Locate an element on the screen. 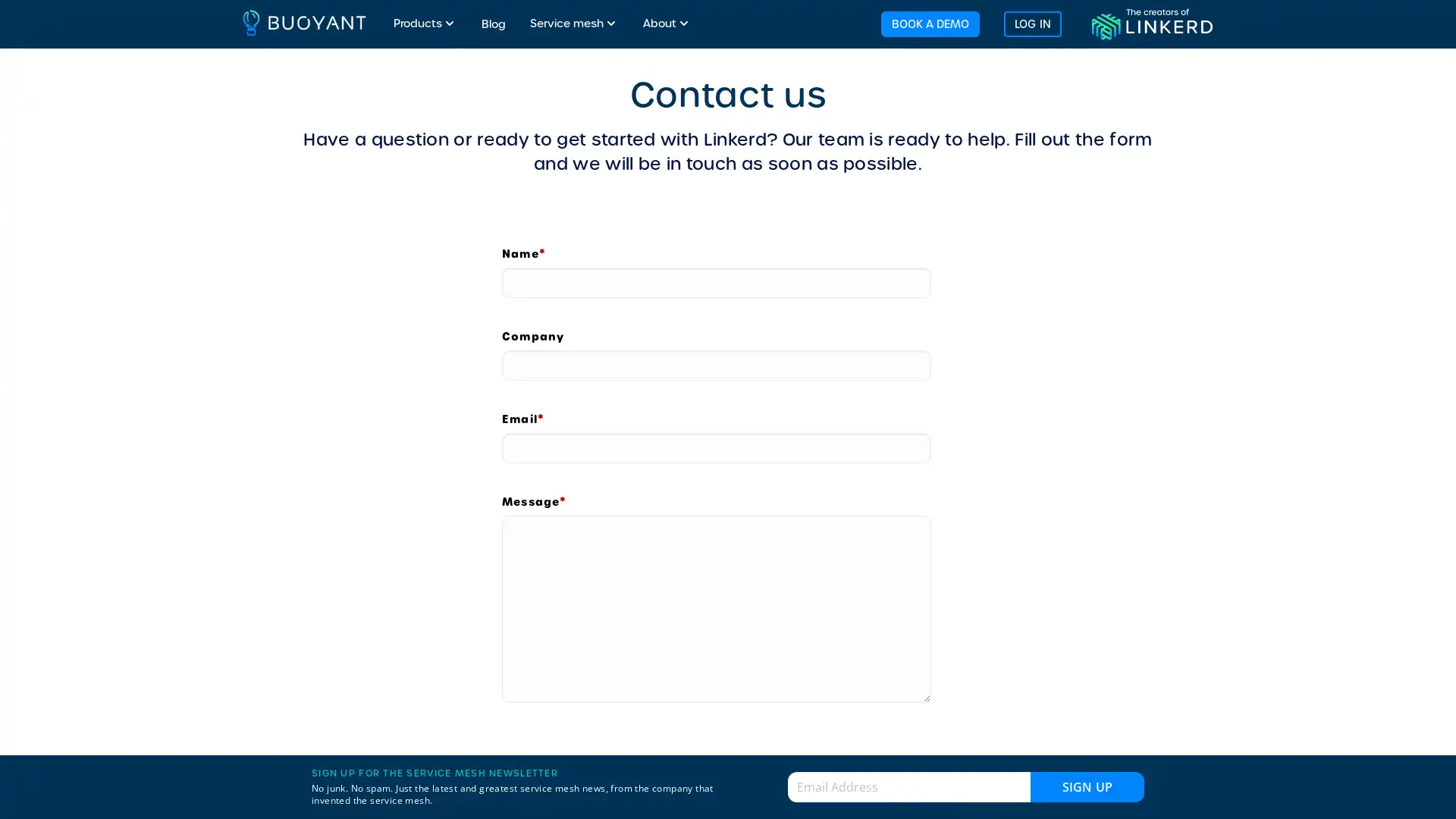 The image size is (1456, 819). BOOK A DEMO is located at coordinates (928, 23).